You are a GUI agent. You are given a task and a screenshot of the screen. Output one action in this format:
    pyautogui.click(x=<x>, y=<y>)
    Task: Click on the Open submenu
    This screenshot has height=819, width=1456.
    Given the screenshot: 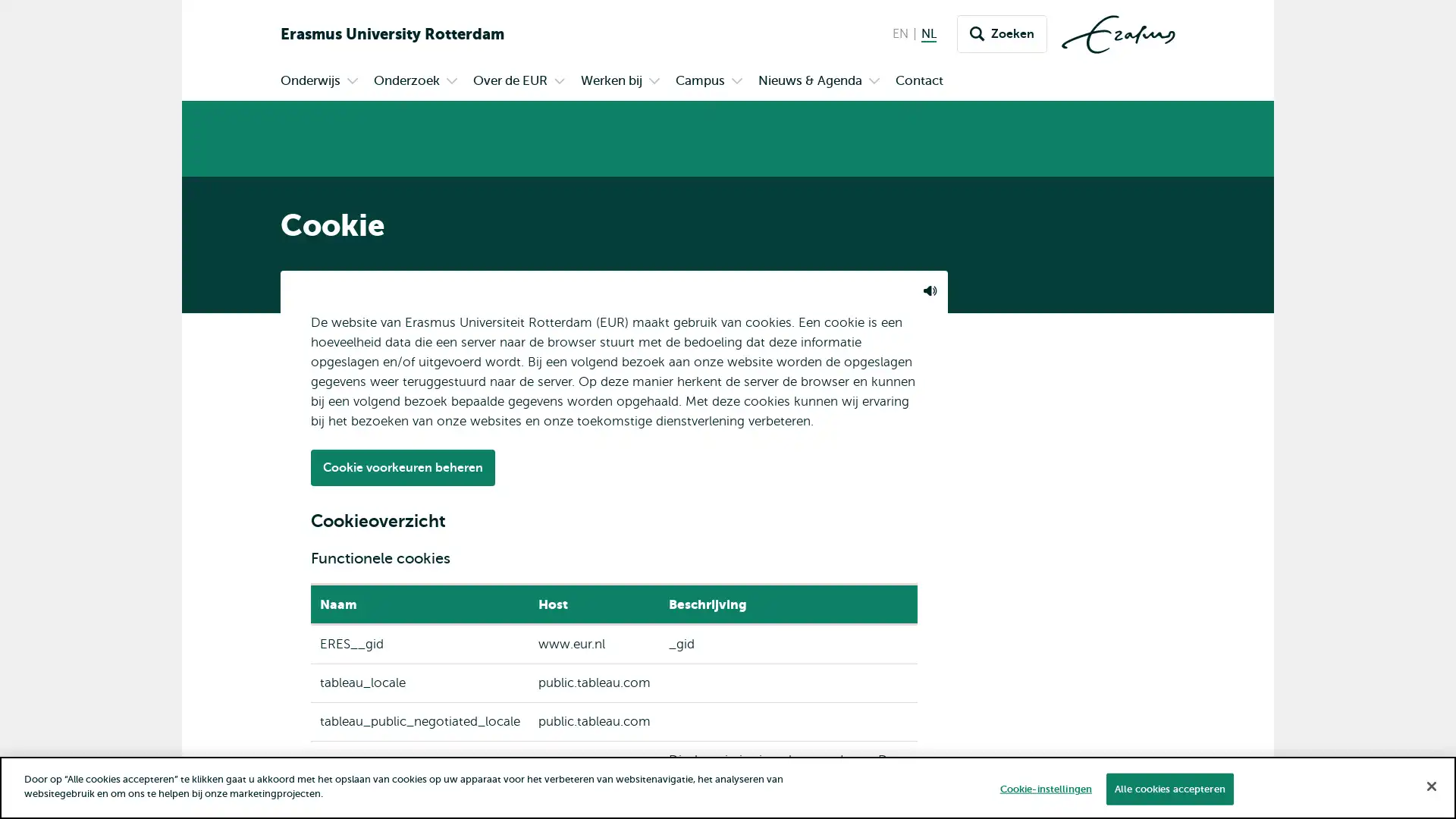 What is the action you would take?
    pyautogui.click(x=352, y=82)
    